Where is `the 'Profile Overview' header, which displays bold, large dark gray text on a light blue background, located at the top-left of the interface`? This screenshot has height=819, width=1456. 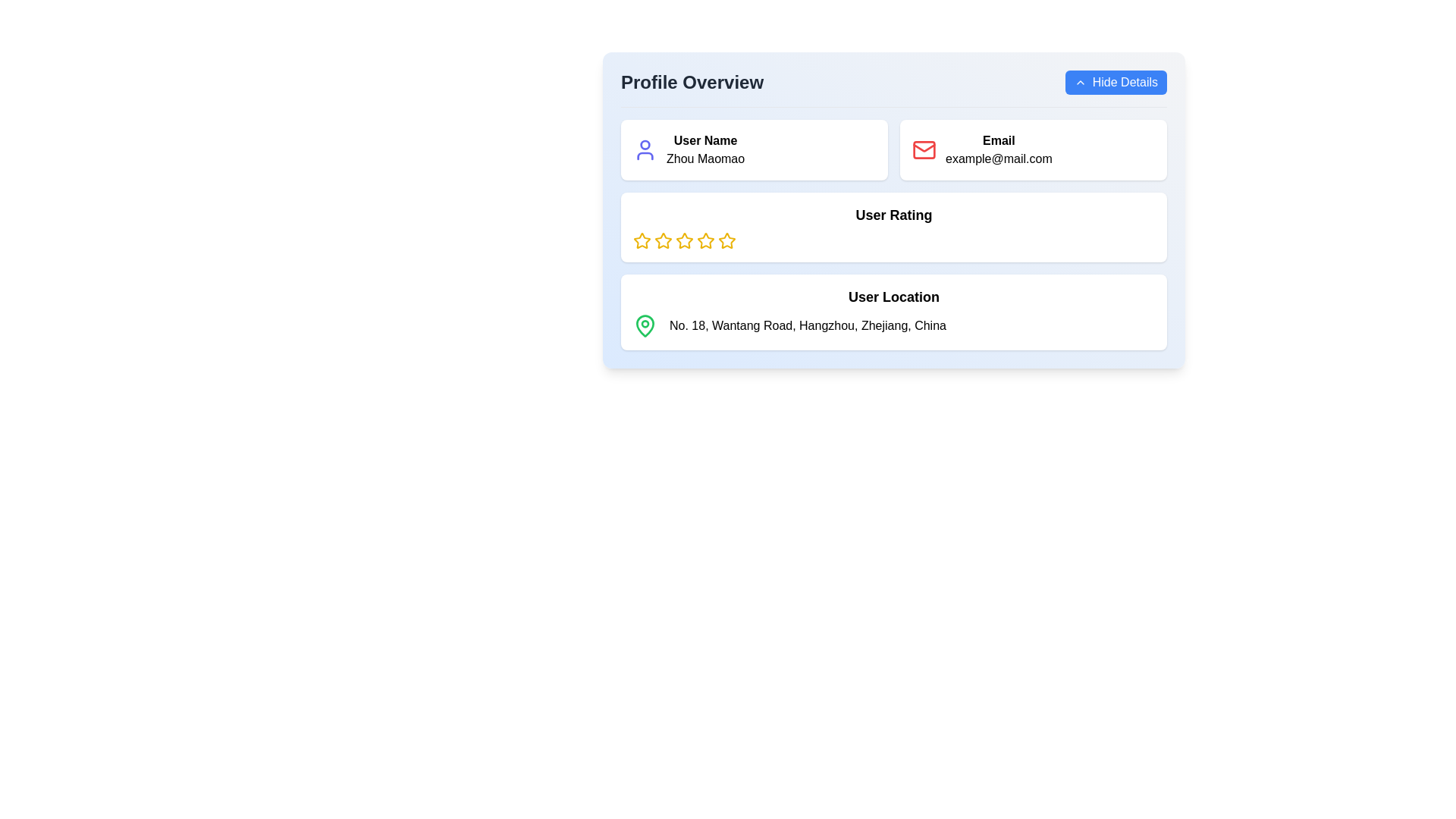
the 'Profile Overview' header, which displays bold, large dark gray text on a light blue background, located at the top-left of the interface is located at coordinates (691, 82).